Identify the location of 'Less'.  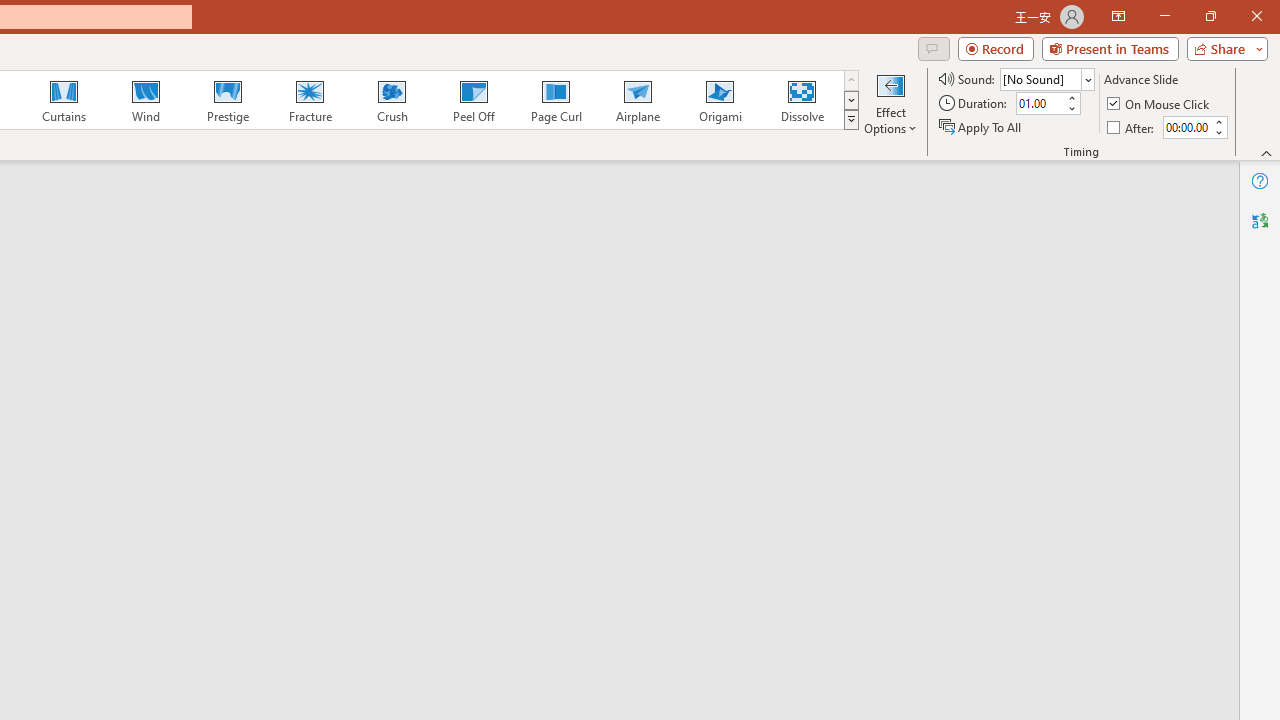
(1217, 132).